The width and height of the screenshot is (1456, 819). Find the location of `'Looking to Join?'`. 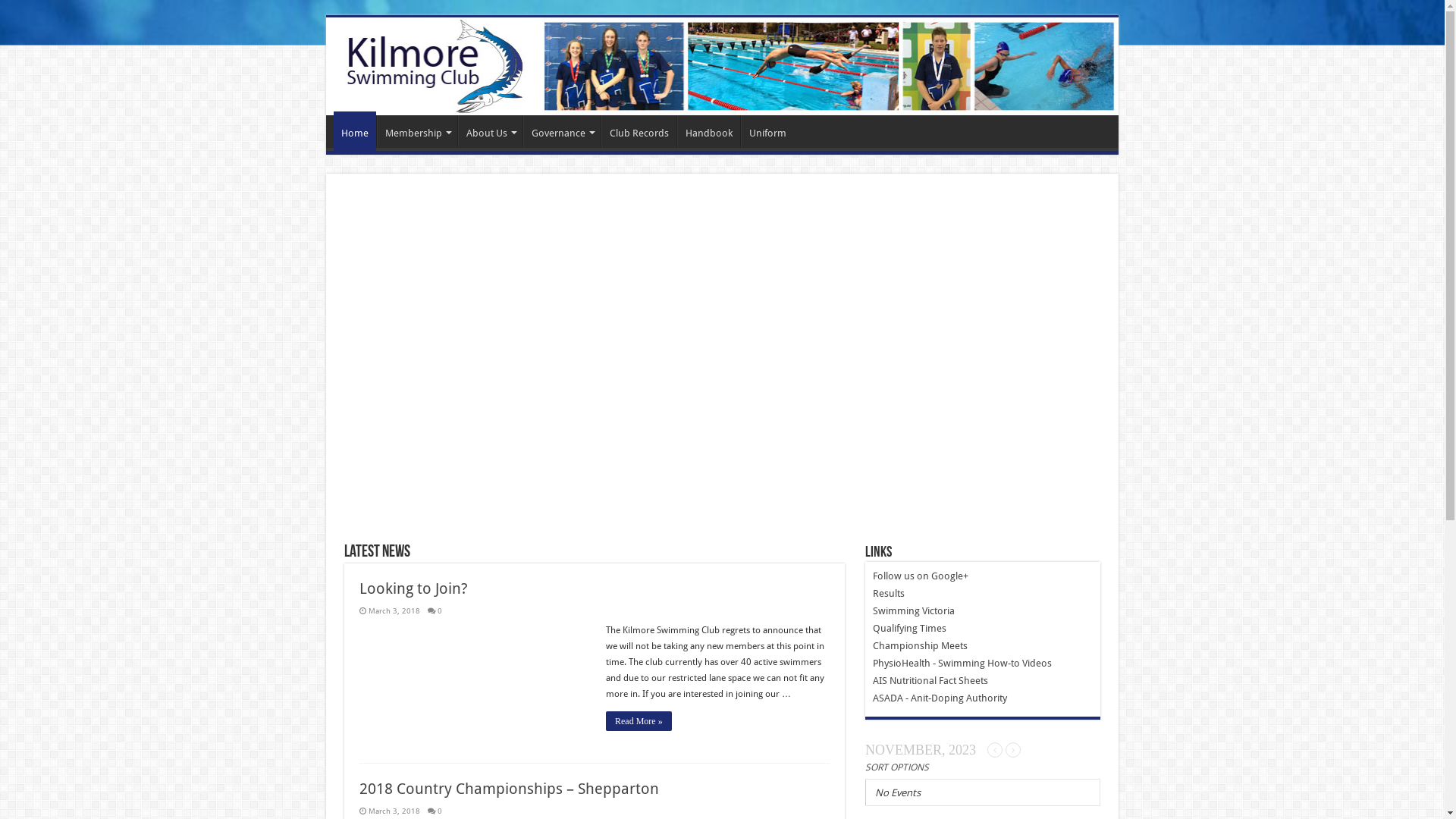

'Looking to Join?' is located at coordinates (413, 587).